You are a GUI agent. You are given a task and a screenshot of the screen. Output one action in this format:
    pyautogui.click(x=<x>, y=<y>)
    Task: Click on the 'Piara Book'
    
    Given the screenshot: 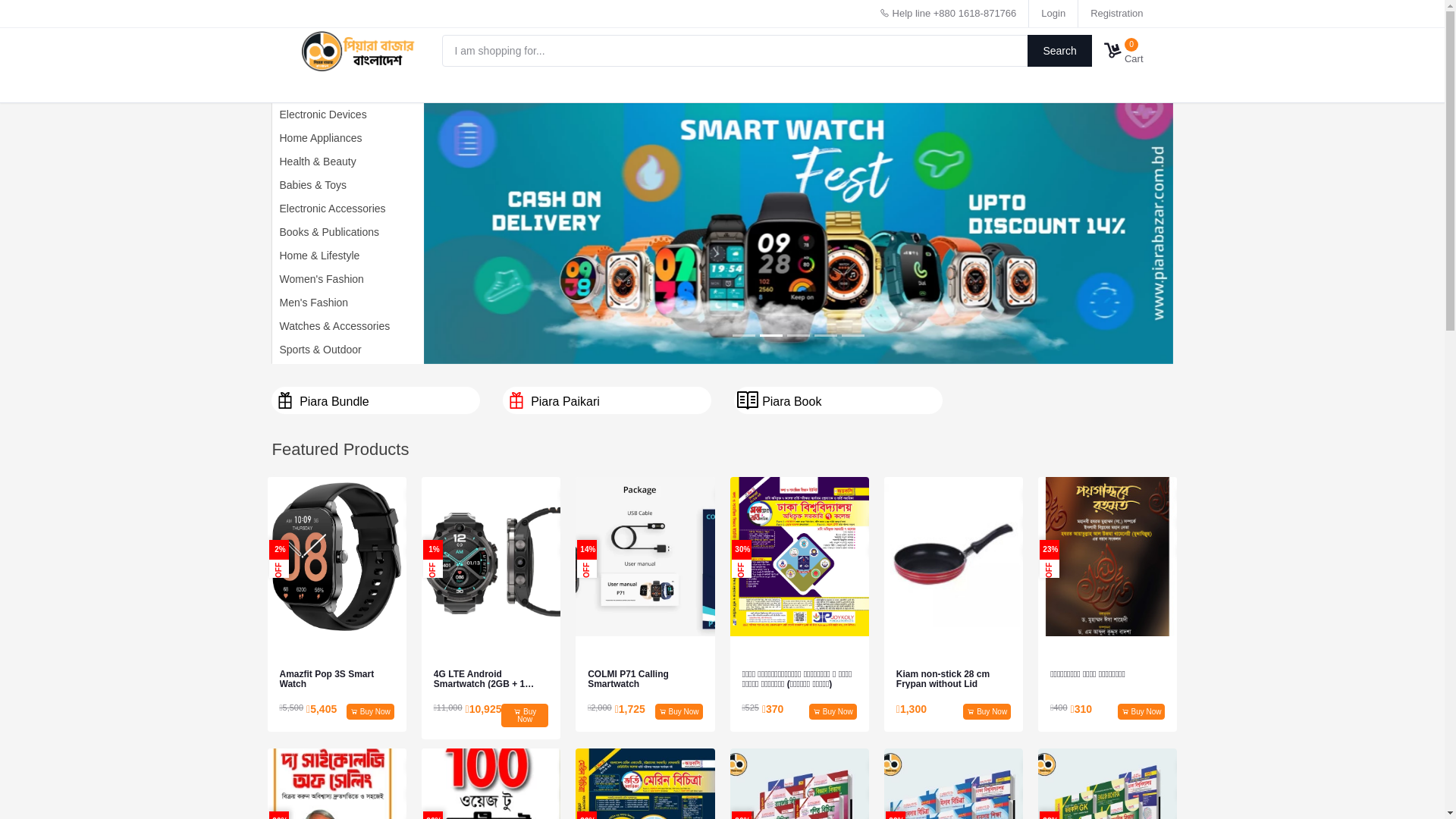 What is the action you would take?
    pyautogui.click(x=837, y=400)
    